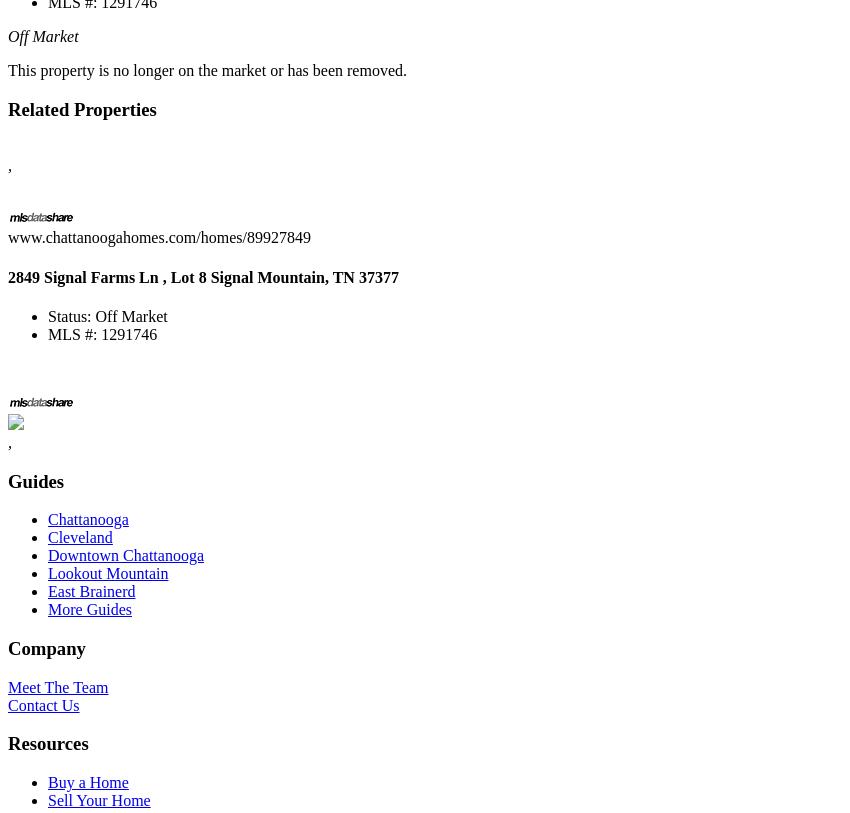  I want to click on 'Guides', so click(35, 480).